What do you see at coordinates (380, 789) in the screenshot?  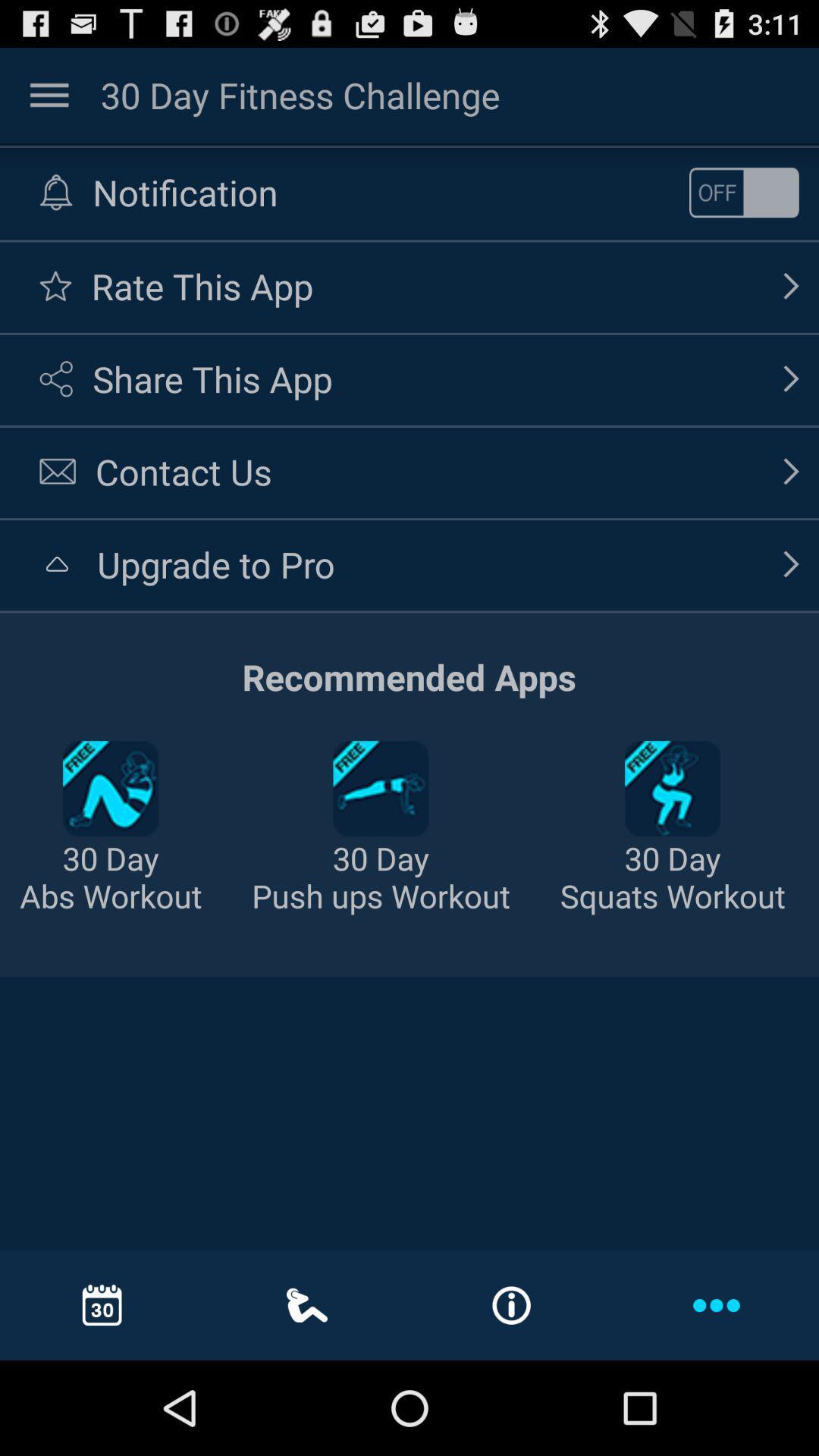 I see `the second option in recommended apps` at bounding box center [380, 789].